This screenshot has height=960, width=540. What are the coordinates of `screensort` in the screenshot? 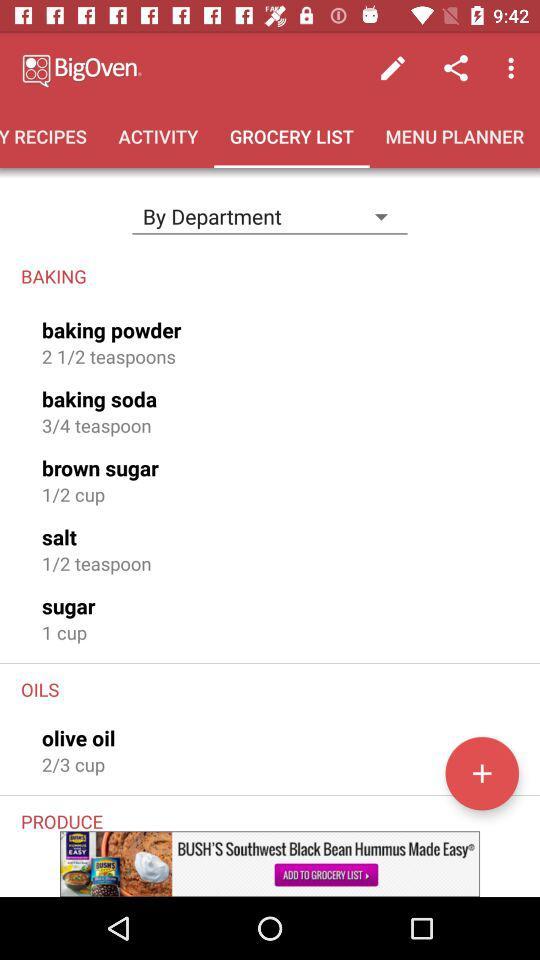 It's located at (481, 772).